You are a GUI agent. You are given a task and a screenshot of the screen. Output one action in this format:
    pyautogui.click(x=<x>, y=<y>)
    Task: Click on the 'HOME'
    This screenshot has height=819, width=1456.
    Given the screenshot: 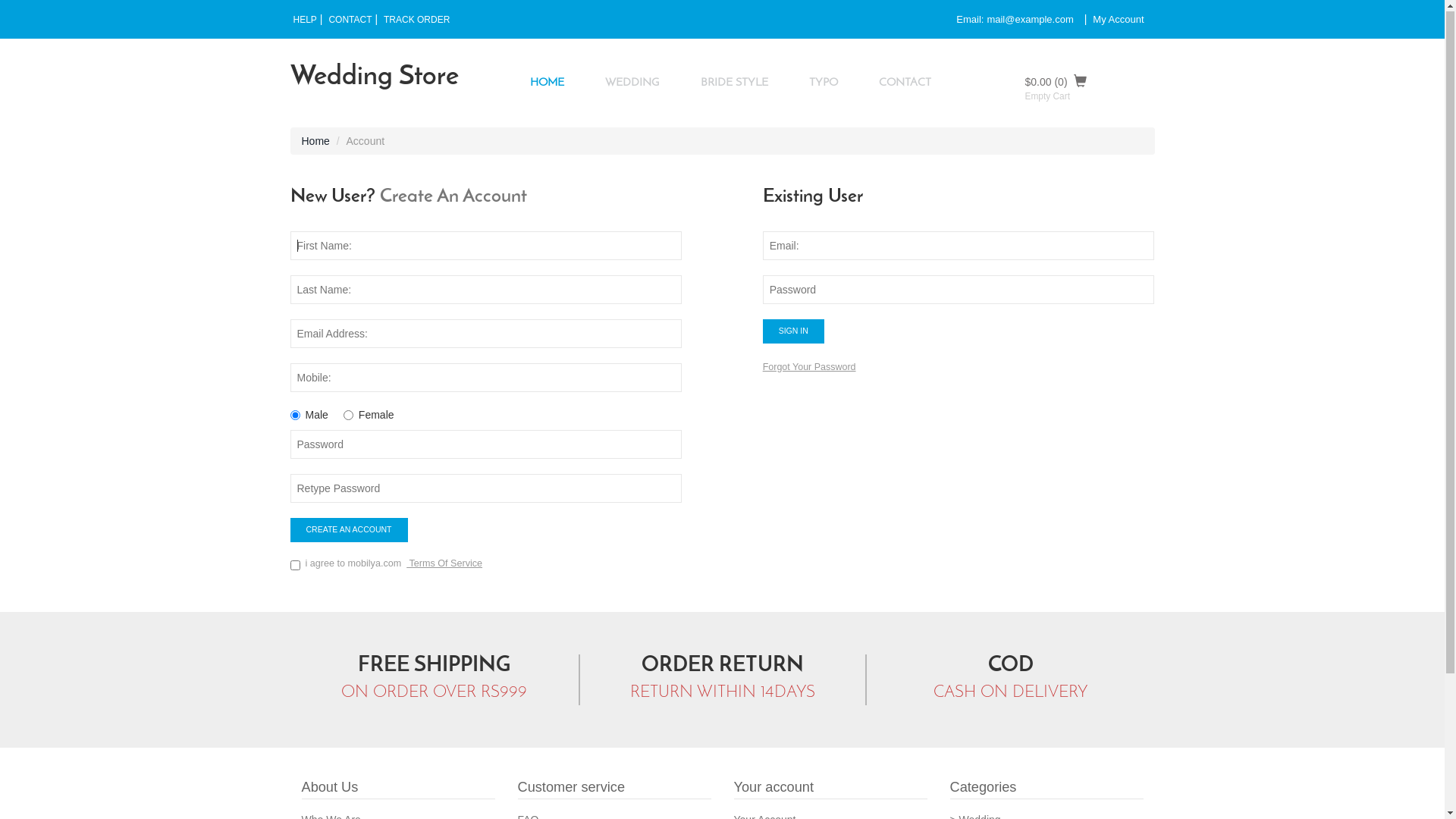 What is the action you would take?
    pyautogui.click(x=546, y=83)
    